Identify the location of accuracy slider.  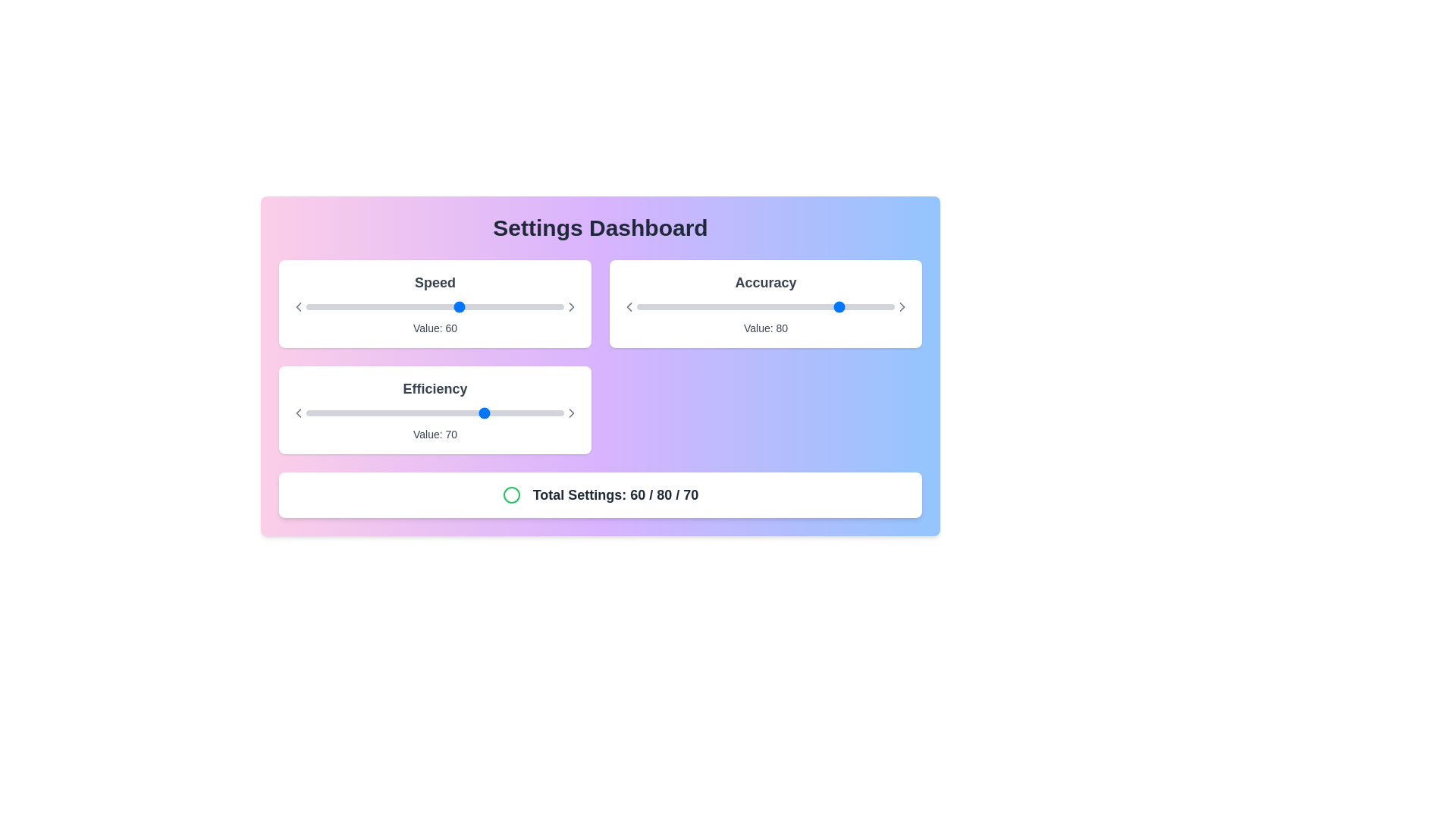
(874, 307).